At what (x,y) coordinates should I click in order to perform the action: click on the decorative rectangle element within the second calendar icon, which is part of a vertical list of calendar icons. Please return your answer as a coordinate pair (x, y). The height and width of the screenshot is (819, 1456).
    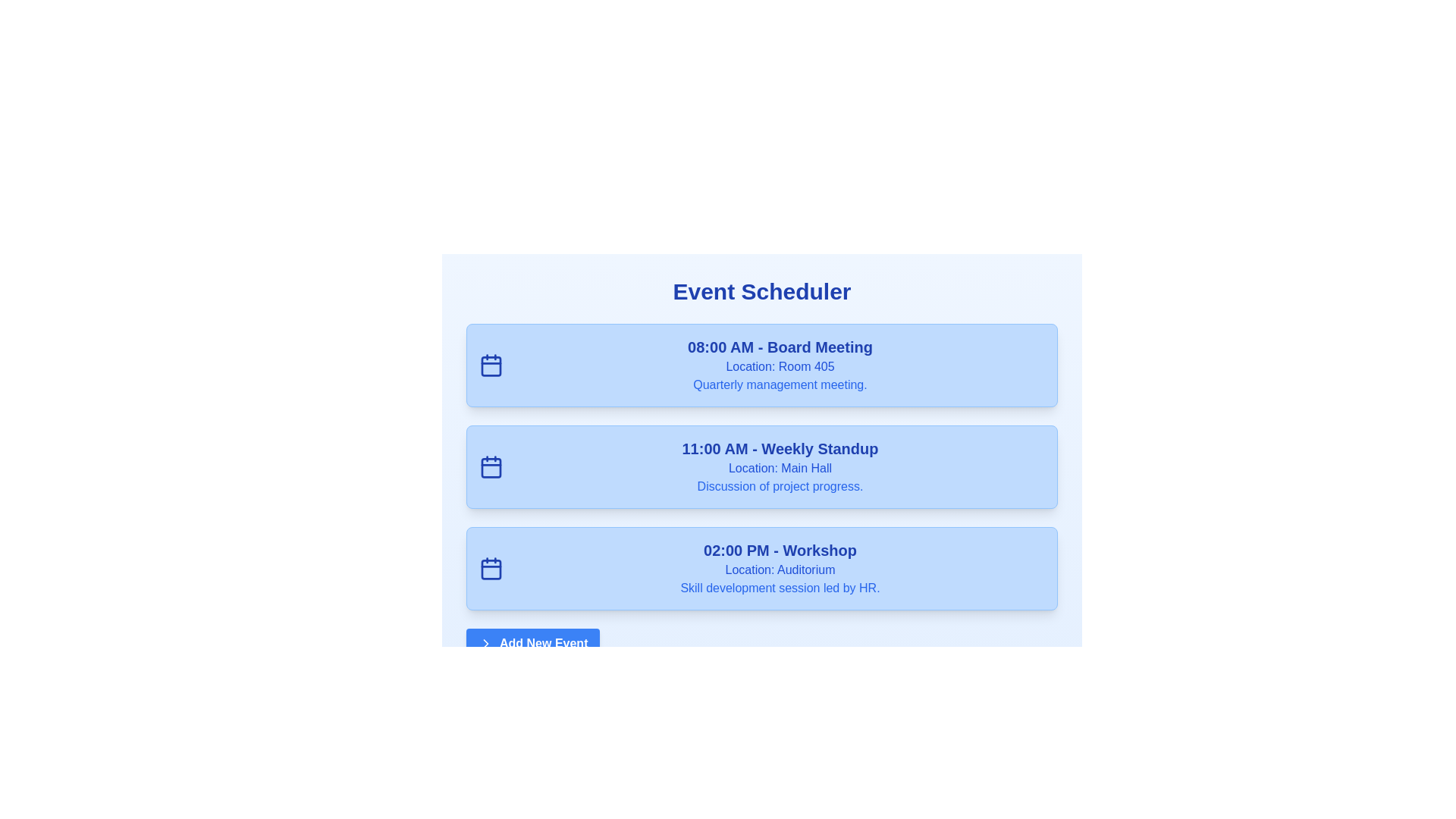
    Looking at the image, I should click on (491, 467).